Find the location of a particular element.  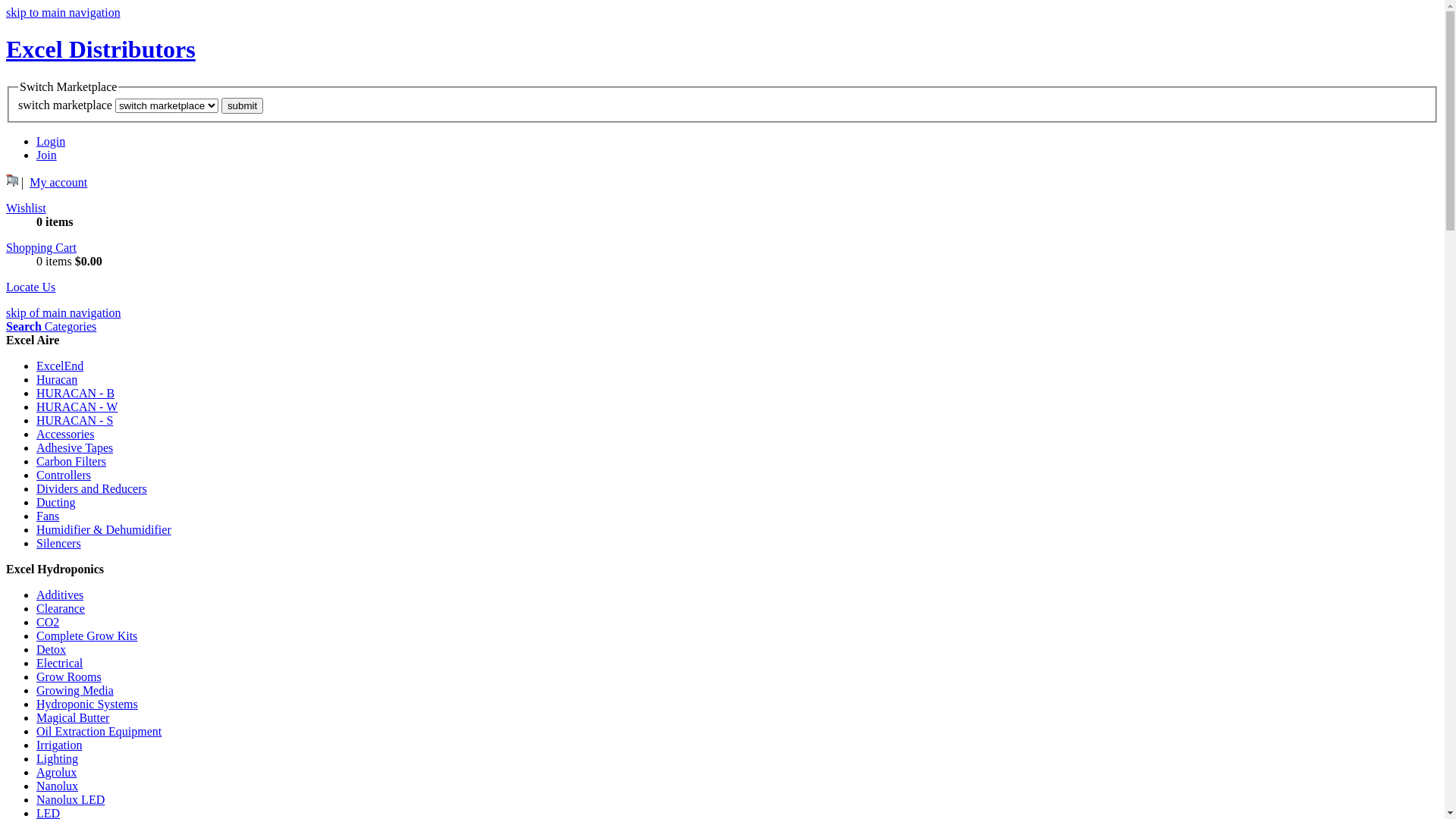

'HURACAN - B' is located at coordinates (74, 392).